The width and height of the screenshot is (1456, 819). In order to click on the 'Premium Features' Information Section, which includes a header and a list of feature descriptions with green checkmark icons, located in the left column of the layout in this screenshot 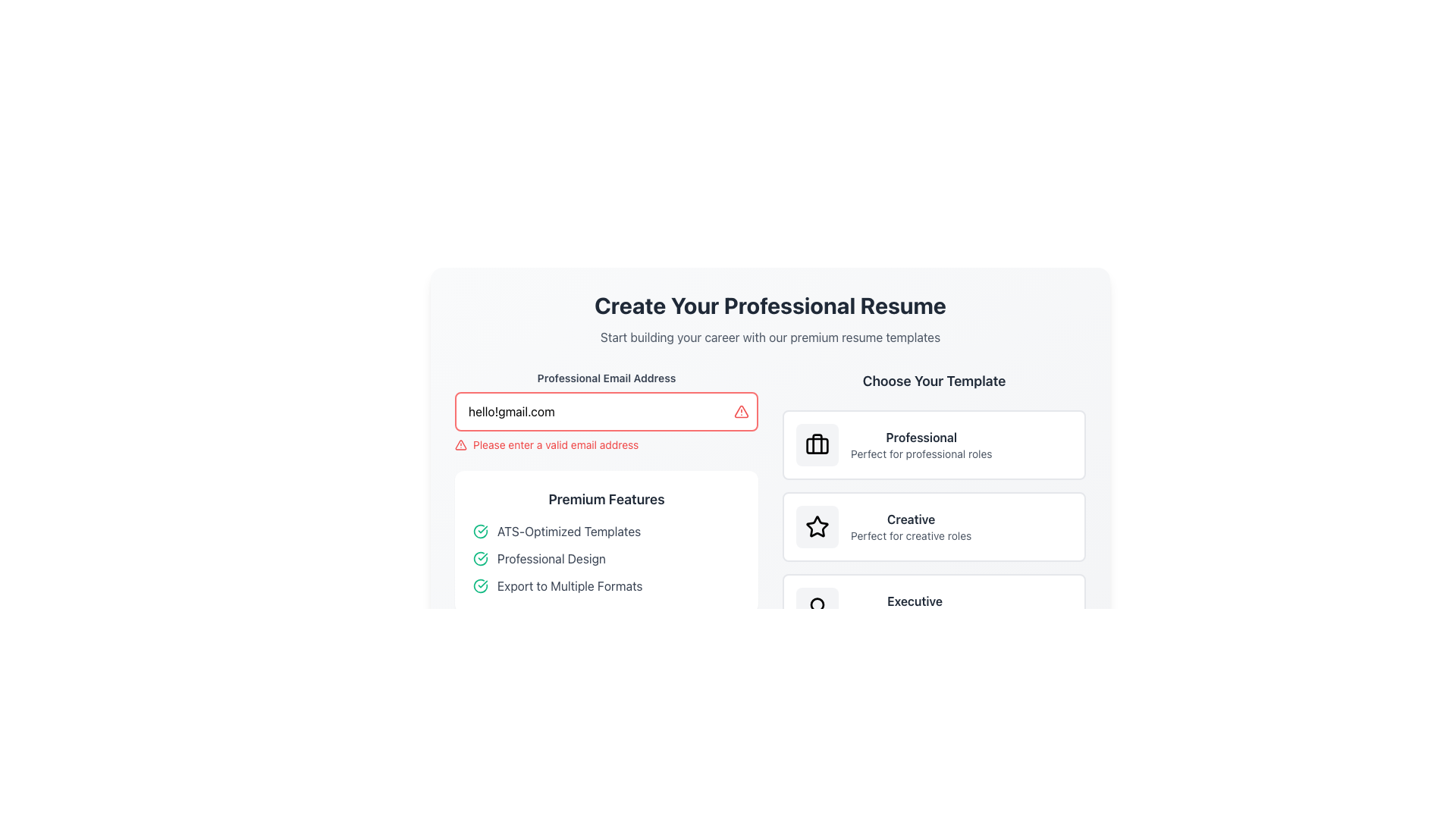, I will do `click(607, 507)`.